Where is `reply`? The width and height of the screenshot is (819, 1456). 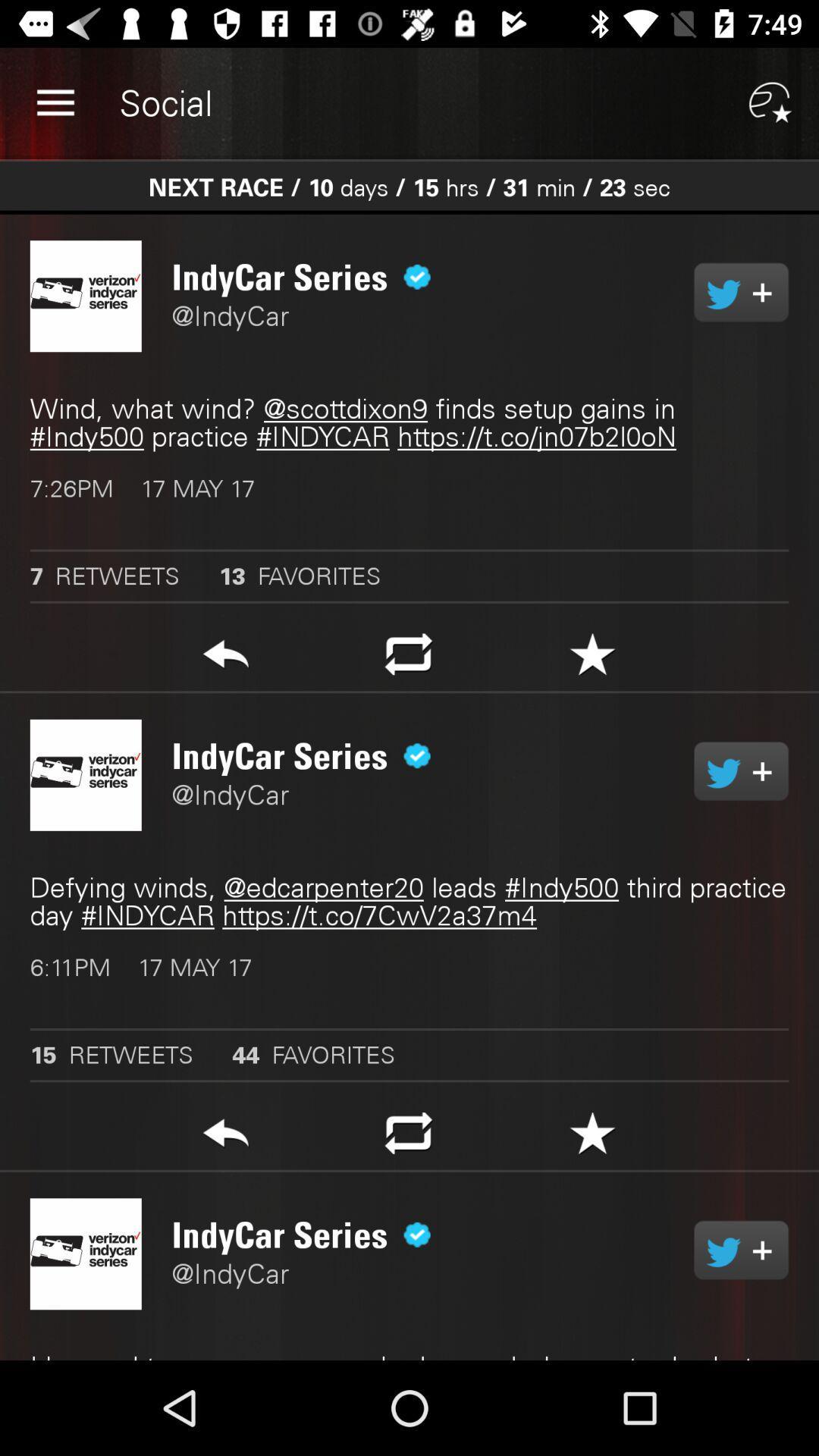
reply is located at coordinates (225, 1137).